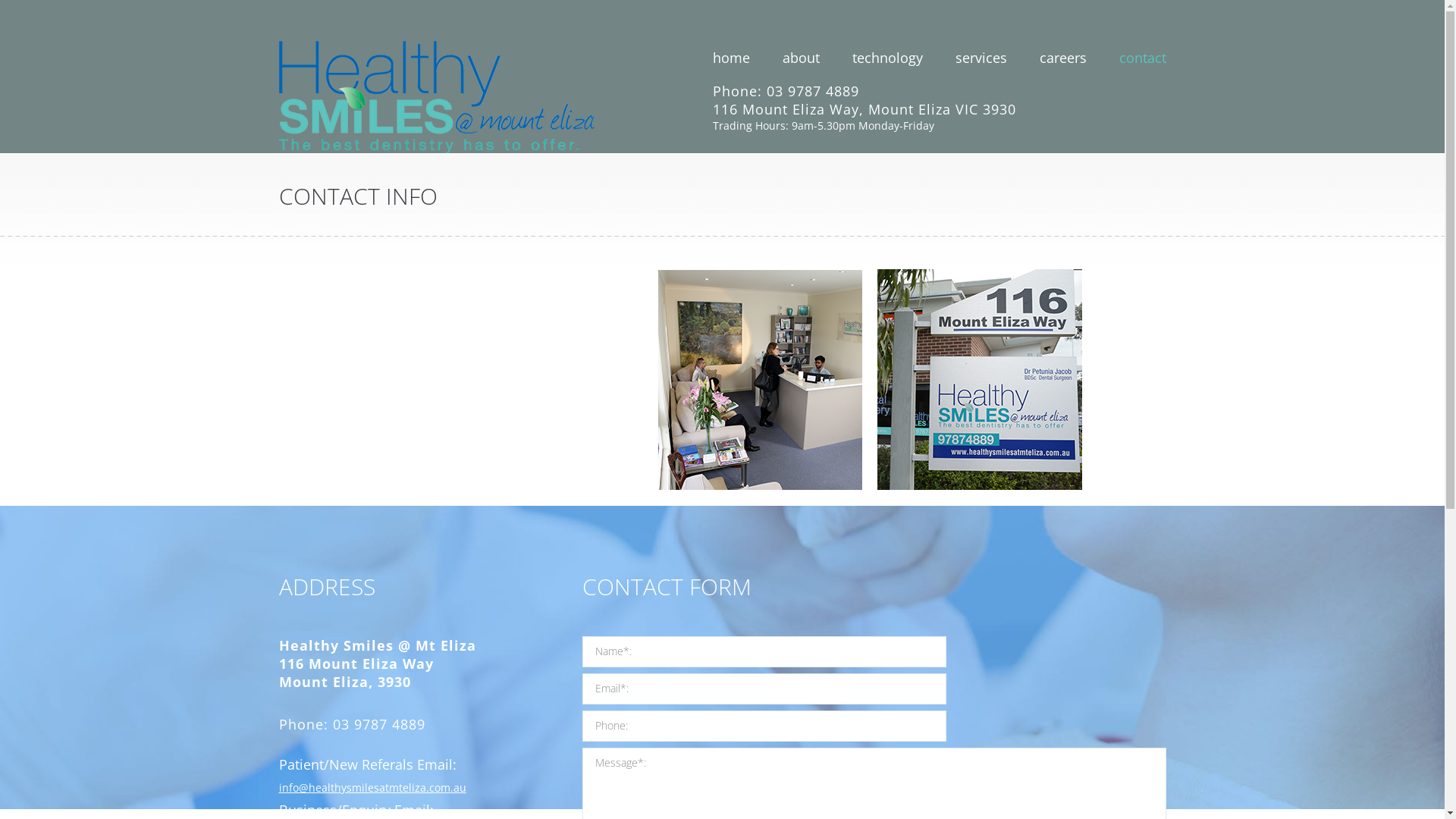  I want to click on 'home', so click(731, 57).